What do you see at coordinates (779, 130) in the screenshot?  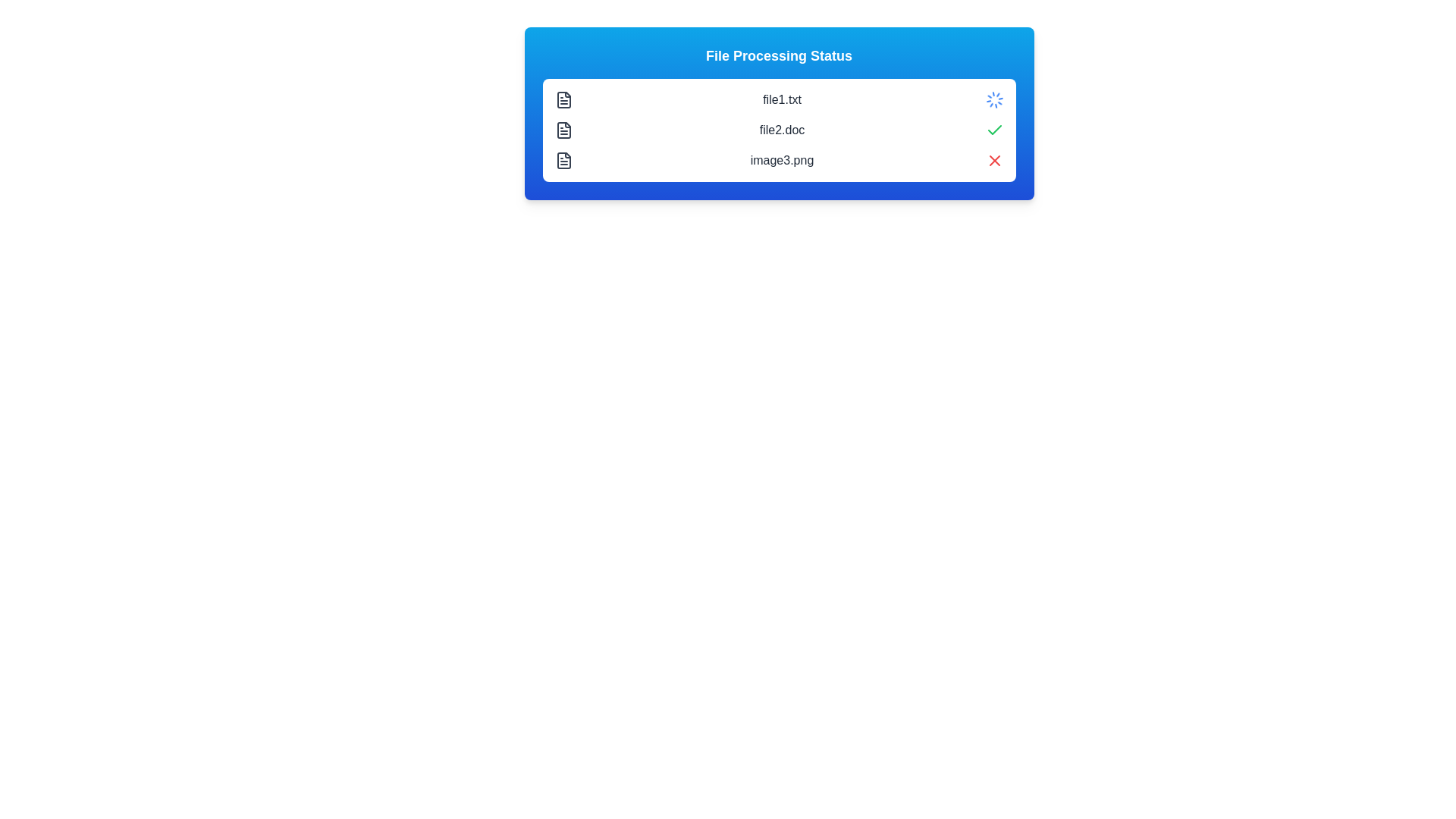 I see `filename 'file2.doc' and the status from the second row of the file entry list in the 'File Processing Status' panel` at bounding box center [779, 130].